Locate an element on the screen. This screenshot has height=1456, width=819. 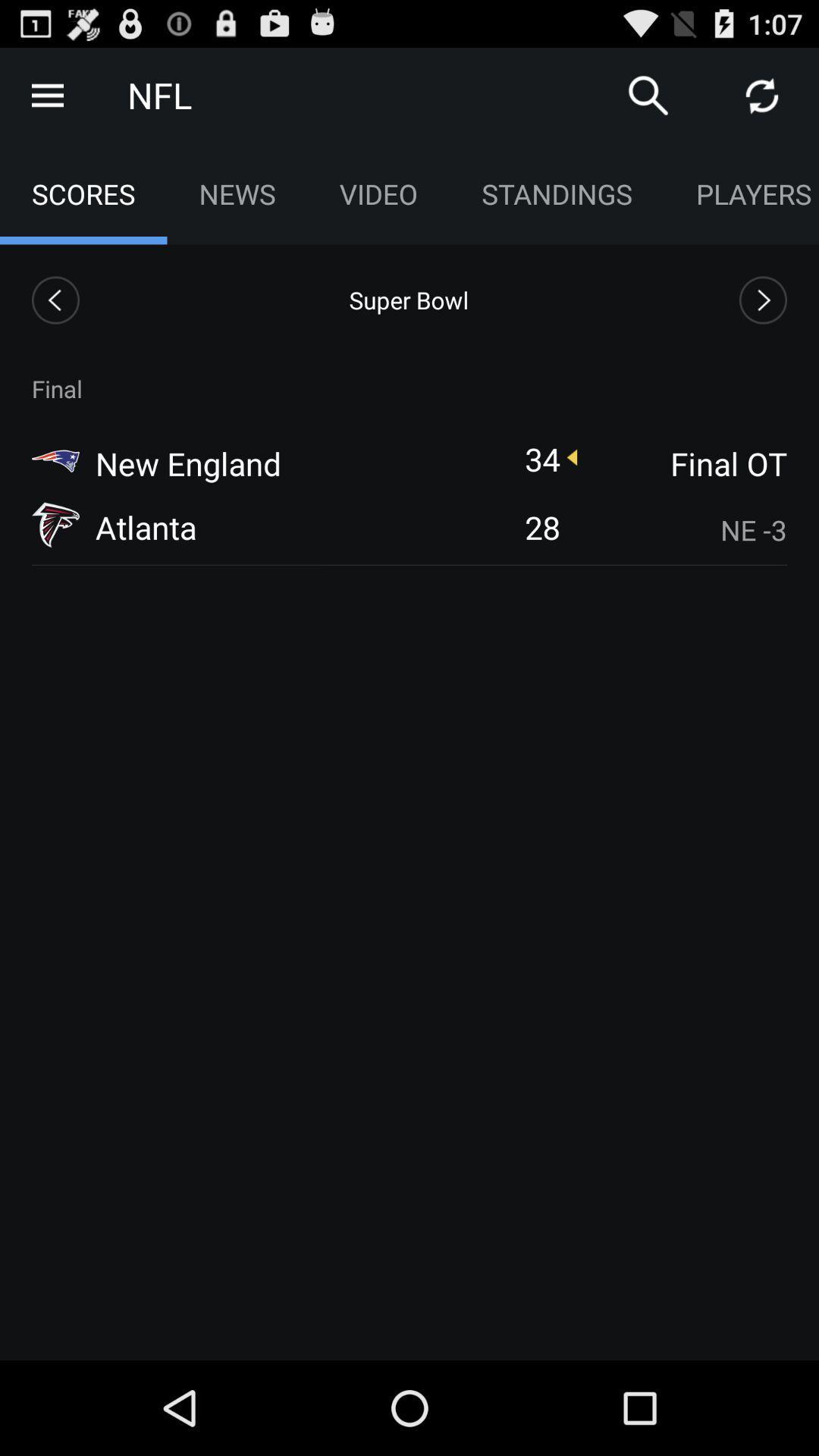
the refresh icon is located at coordinates (762, 101).